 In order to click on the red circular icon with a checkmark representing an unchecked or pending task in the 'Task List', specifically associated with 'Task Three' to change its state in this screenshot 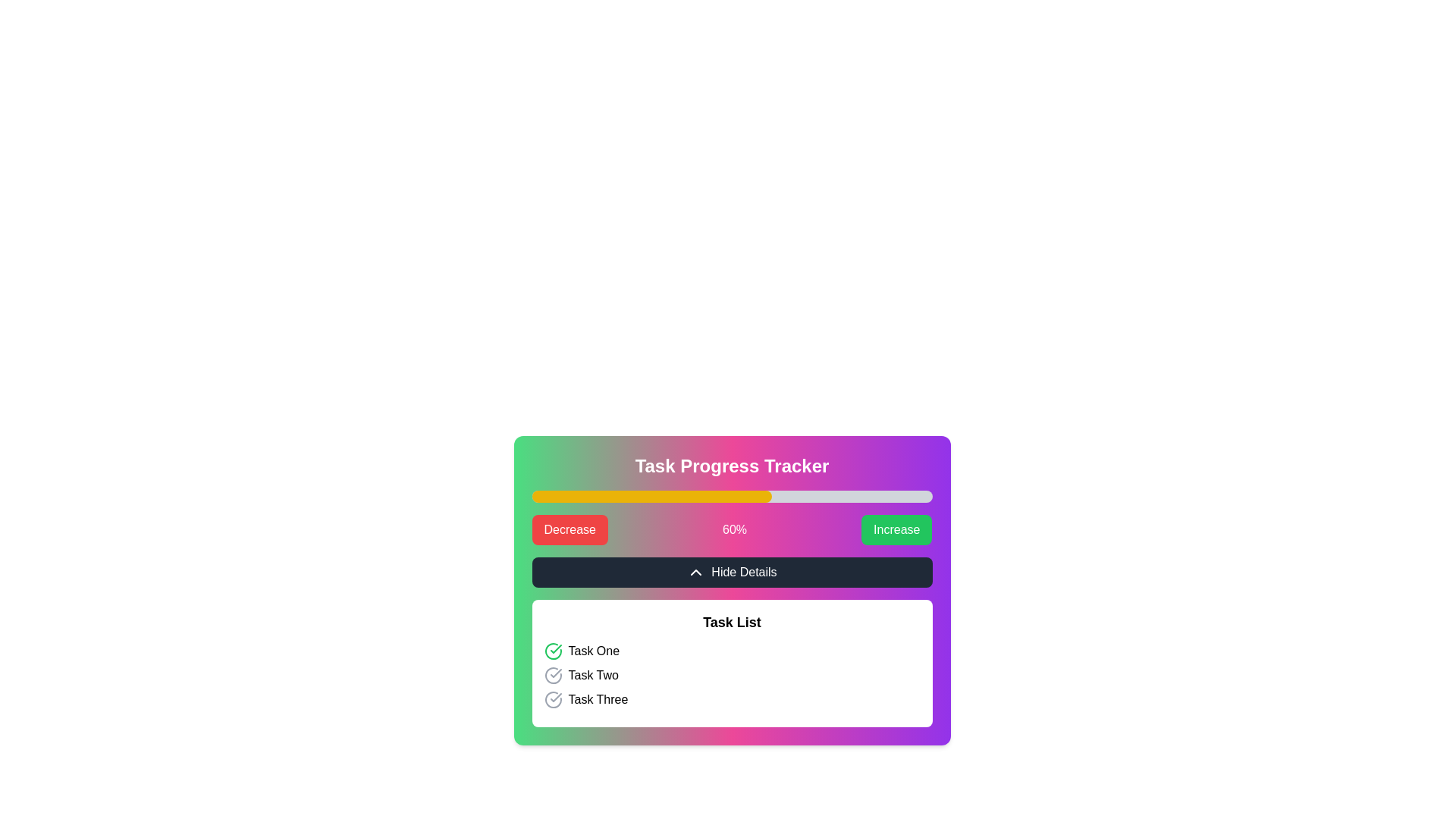, I will do `click(552, 699)`.